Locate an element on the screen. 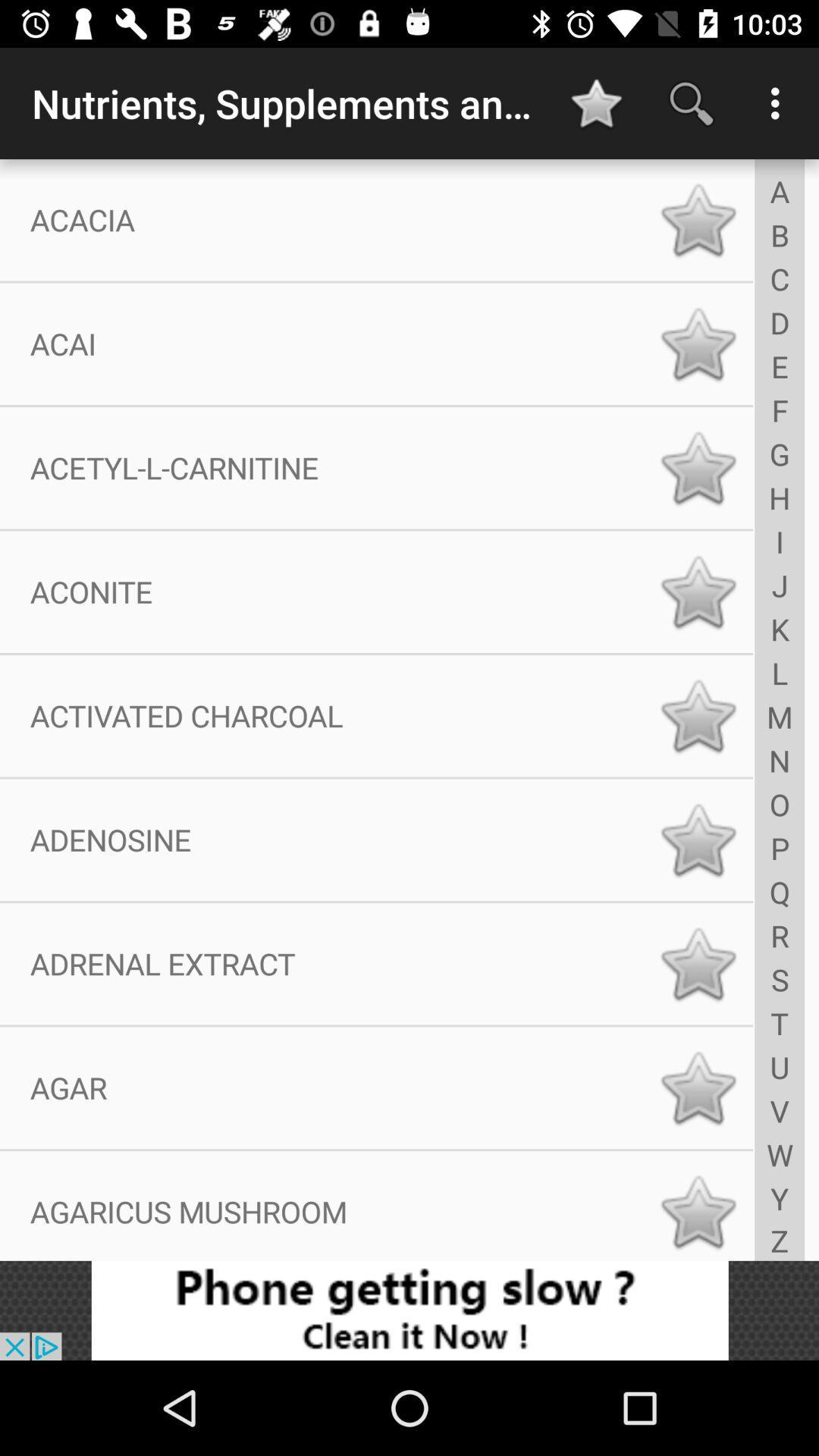 This screenshot has height=1456, width=819. to favorites is located at coordinates (698, 839).